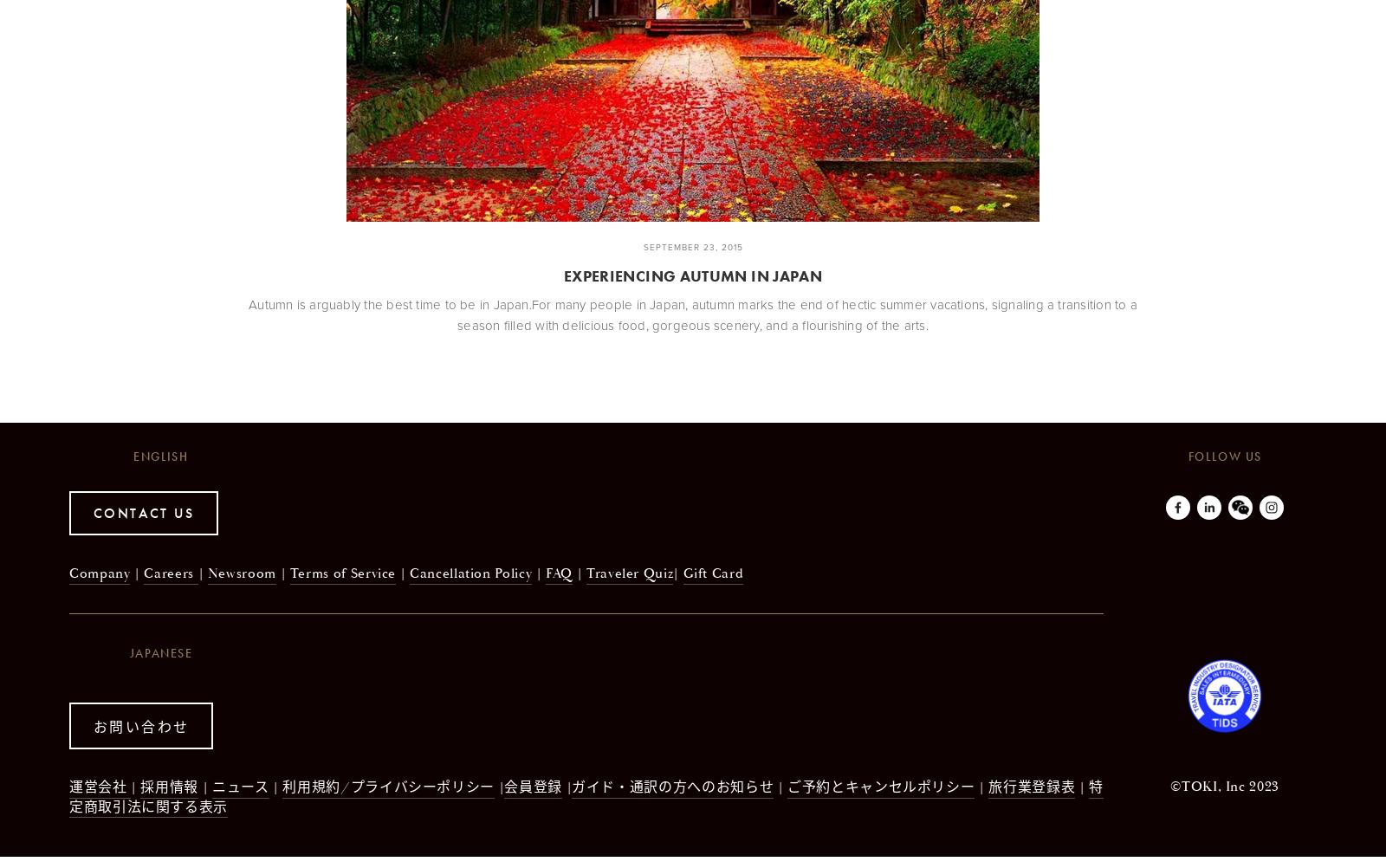 The image size is (1386, 868). I want to click on 'FAQ', so click(559, 572).